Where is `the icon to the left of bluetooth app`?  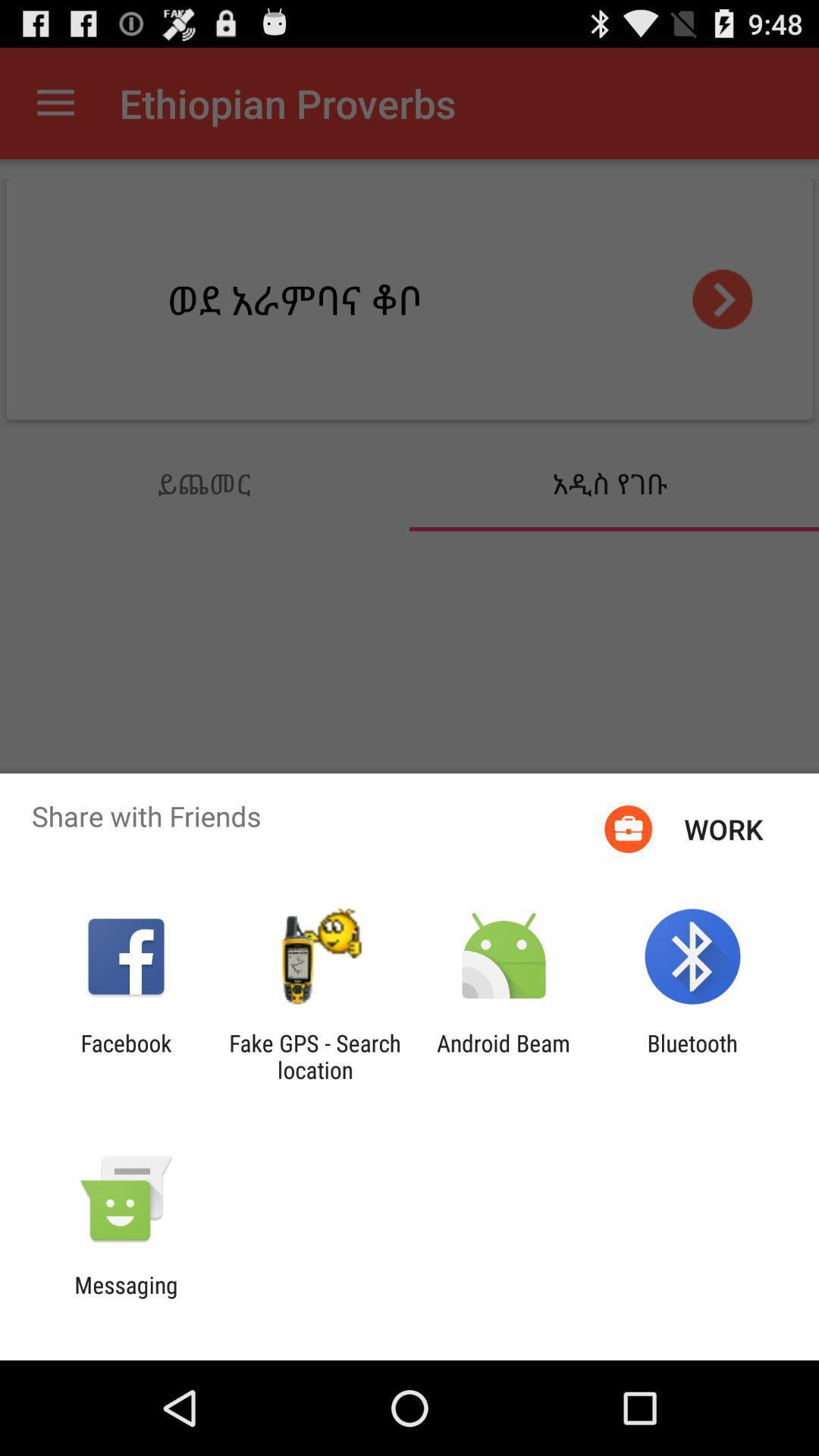 the icon to the left of bluetooth app is located at coordinates (504, 1056).